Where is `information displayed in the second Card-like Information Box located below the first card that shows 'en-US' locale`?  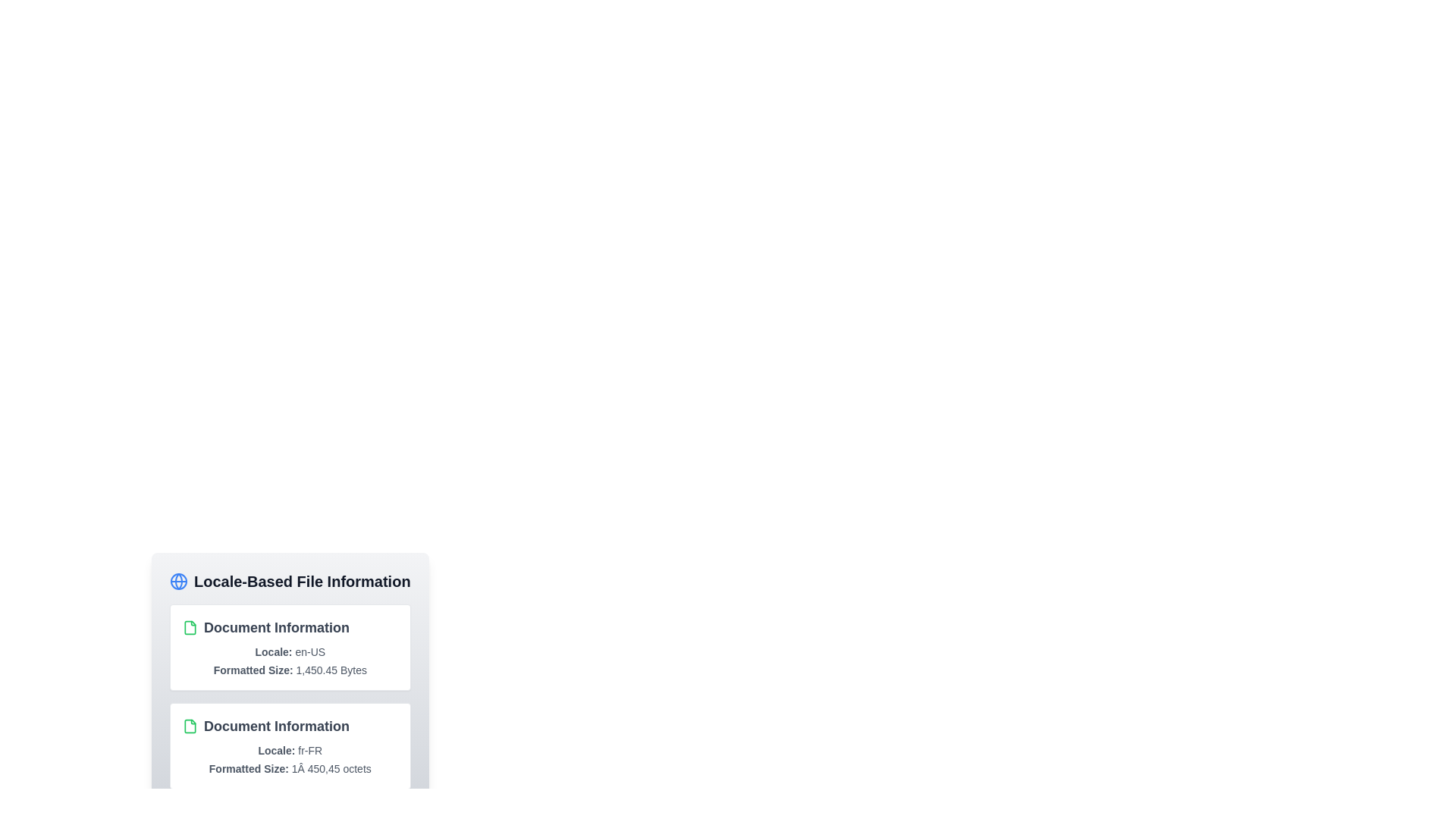
information displayed in the second Card-like Information Box located below the first card that shows 'en-US' locale is located at coordinates (290, 745).